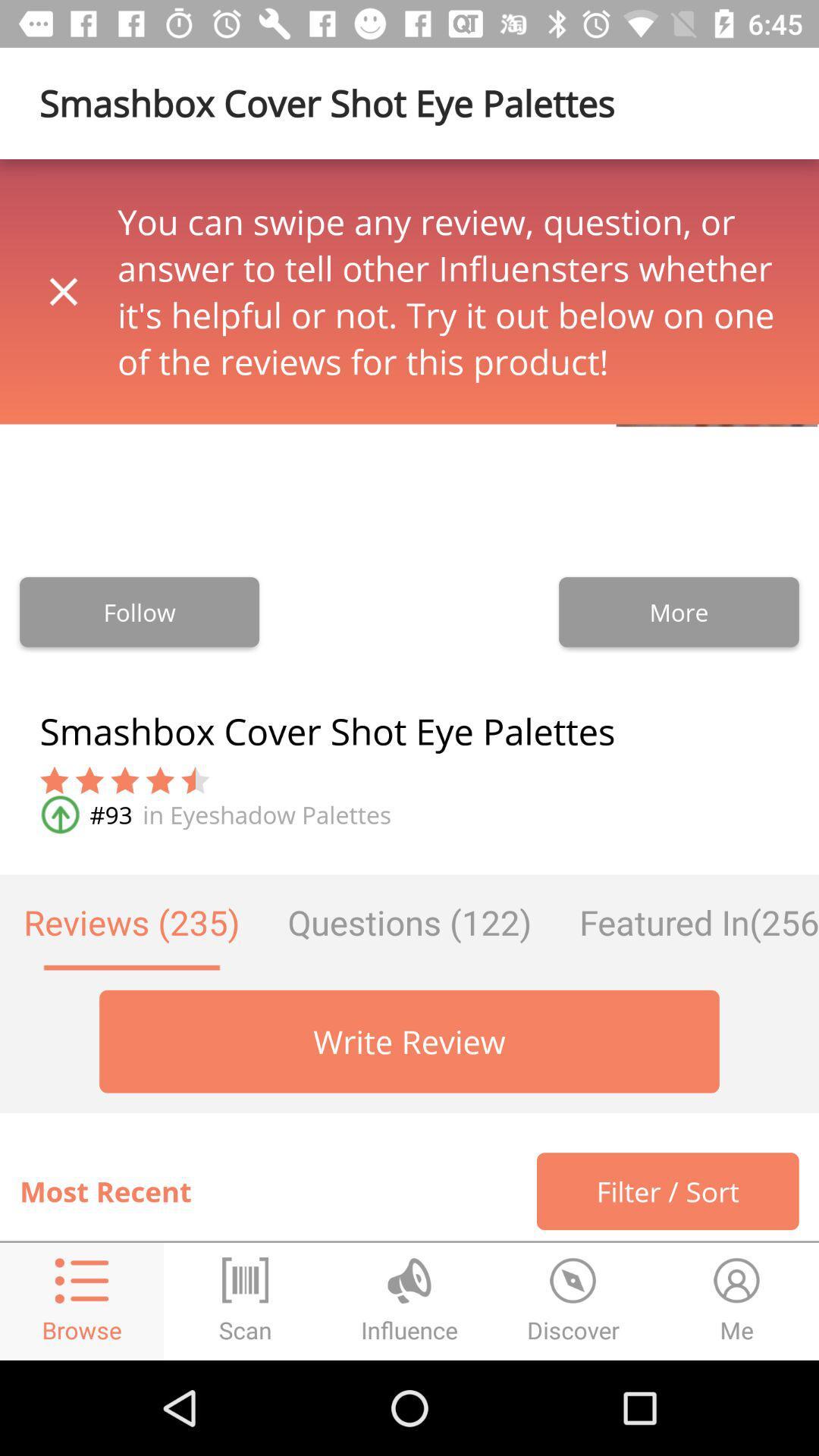 The height and width of the screenshot is (1456, 819). Describe the element at coordinates (678, 612) in the screenshot. I see `more` at that location.